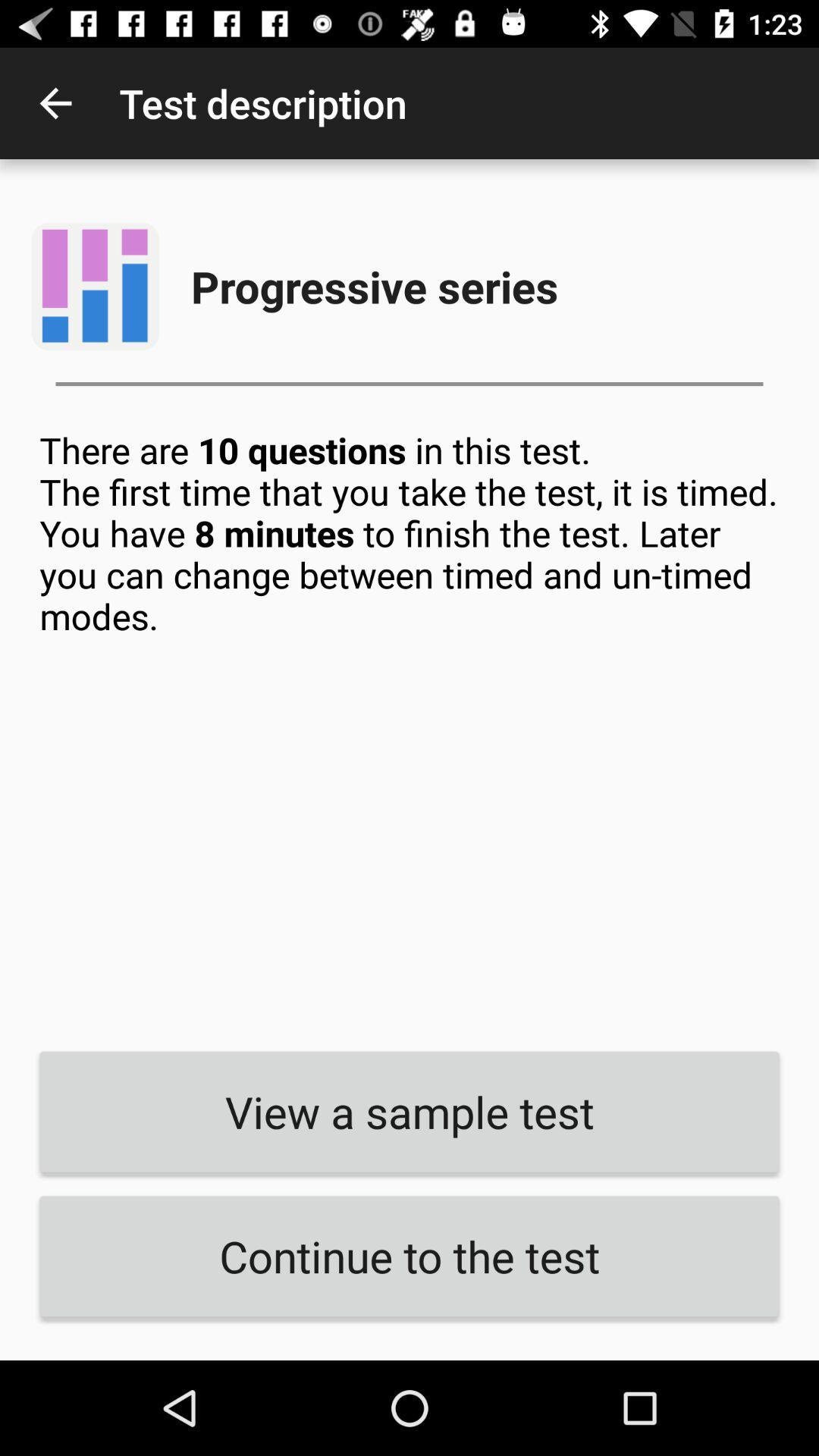 The image size is (819, 1456). What do you see at coordinates (409, 729) in the screenshot?
I see `the item at the center` at bounding box center [409, 729].